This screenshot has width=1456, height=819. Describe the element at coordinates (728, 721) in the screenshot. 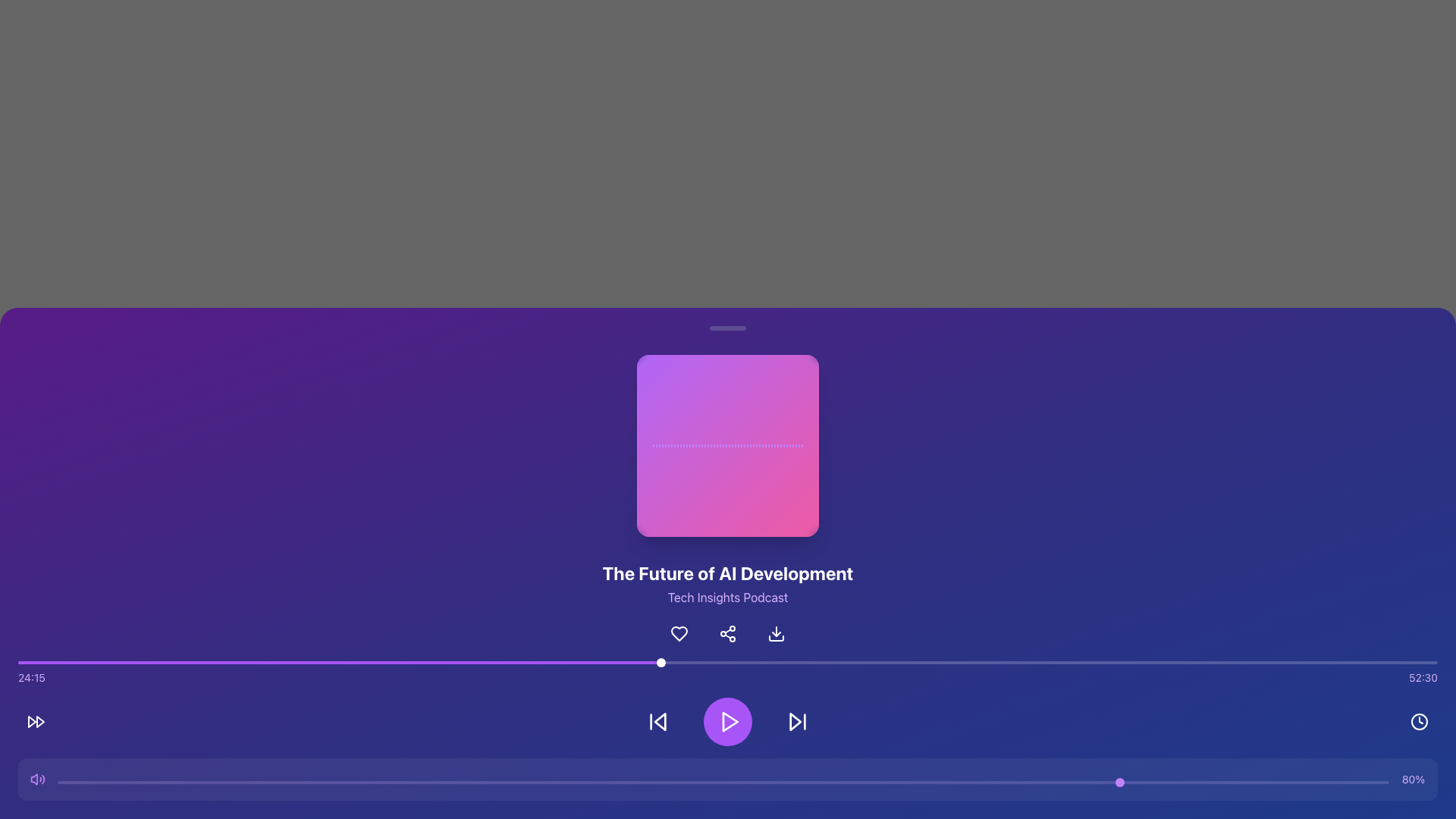

I see `the play button located centrally among its siblings in the media player control panel to play or pause the media` at that location.